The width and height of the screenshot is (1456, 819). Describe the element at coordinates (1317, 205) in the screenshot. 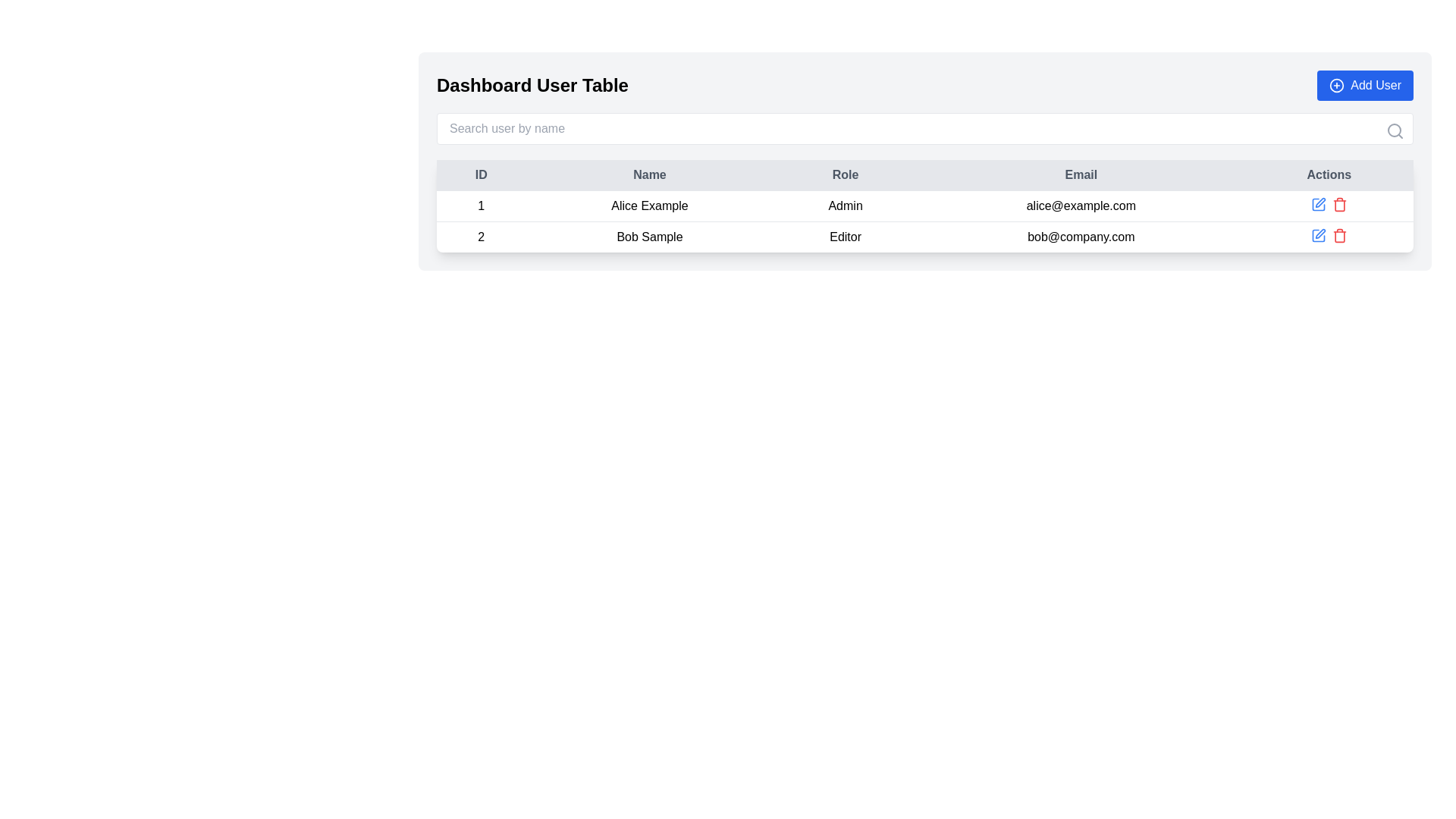

I see `the outline of a square with rounded corners that represents the edit action in the Actions column adjacent to 'Bob Sample'` at that location.